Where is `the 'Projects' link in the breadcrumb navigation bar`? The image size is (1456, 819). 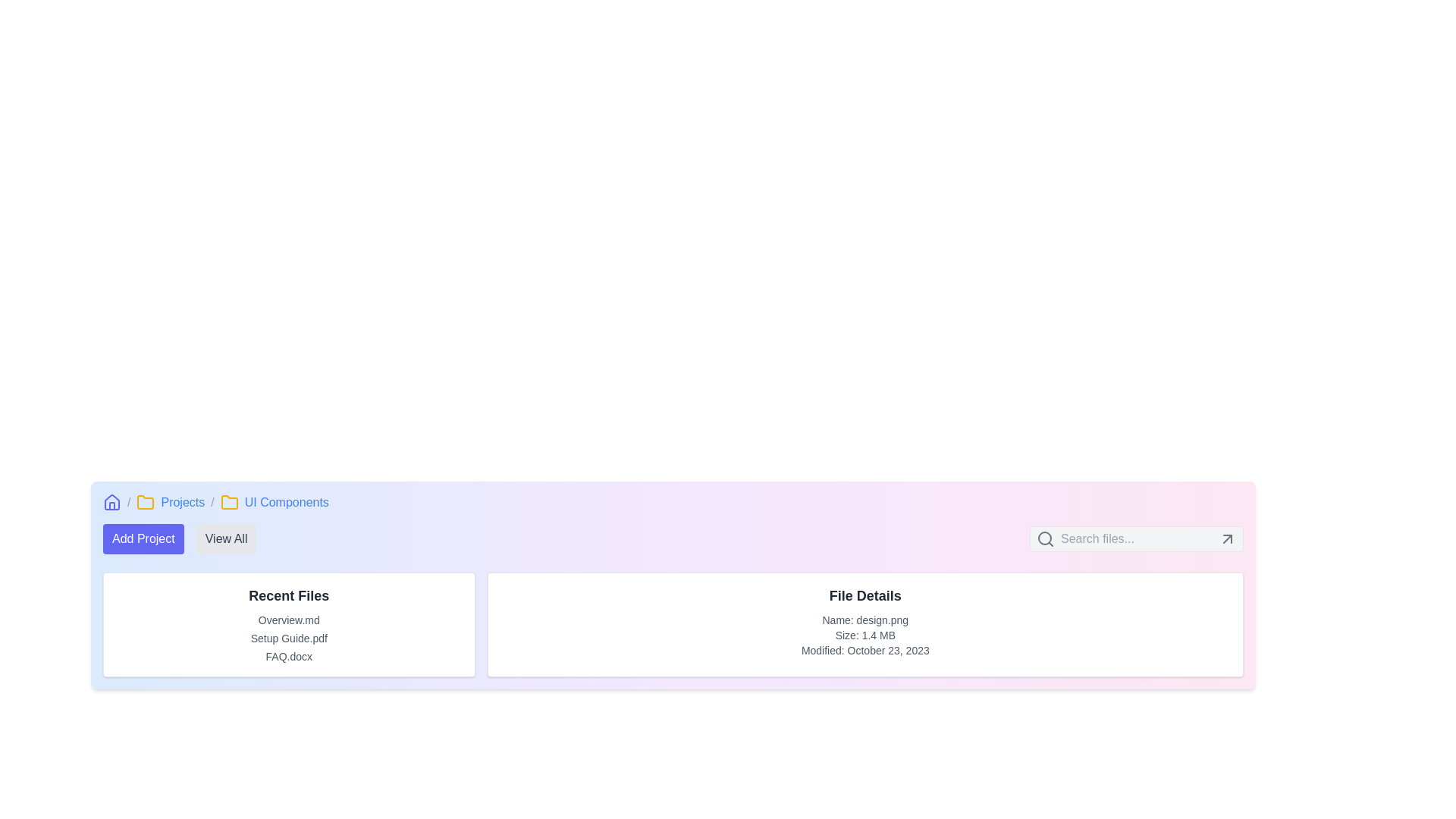 the 'Projects' link in the breadcrumb navigation bar is located at coordinates (182, 503).